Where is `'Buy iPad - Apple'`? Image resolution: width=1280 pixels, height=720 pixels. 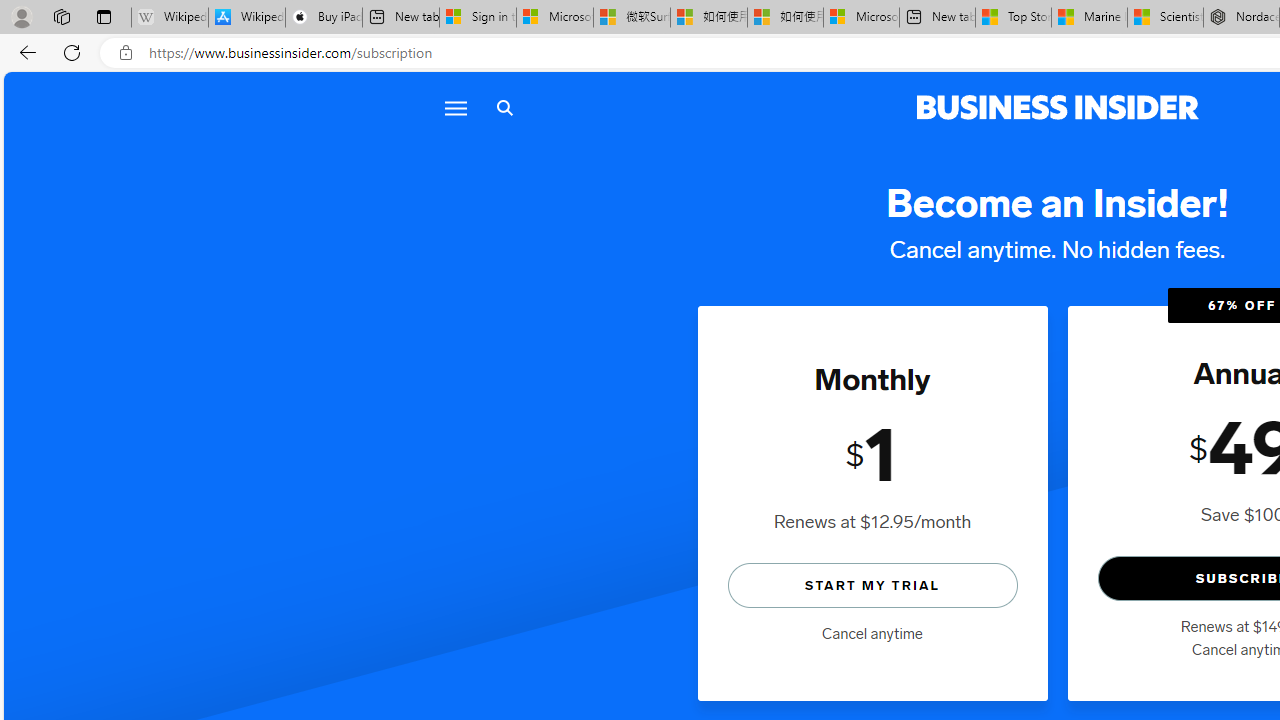 'Buy iPad - Apple' is located at coordinates (323, 17).